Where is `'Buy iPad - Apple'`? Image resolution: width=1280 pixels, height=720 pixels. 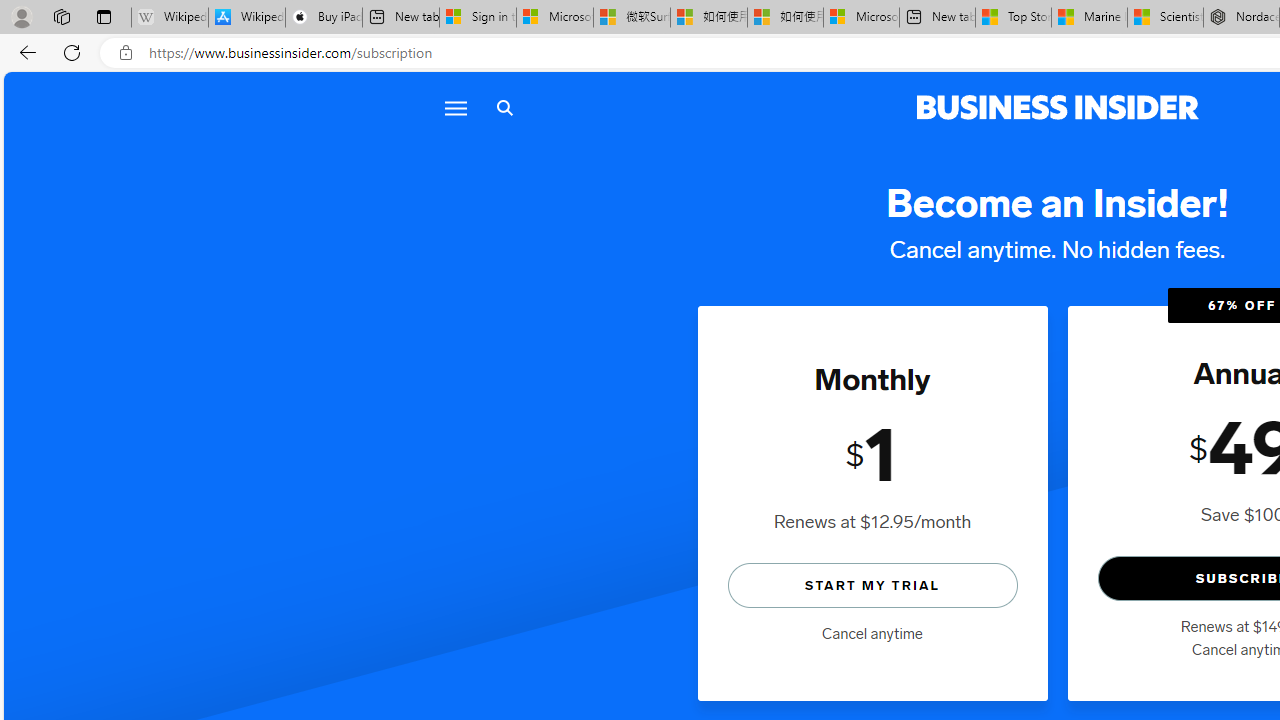 'Buy iPad - Apple' is located at coordinates (323, 17).